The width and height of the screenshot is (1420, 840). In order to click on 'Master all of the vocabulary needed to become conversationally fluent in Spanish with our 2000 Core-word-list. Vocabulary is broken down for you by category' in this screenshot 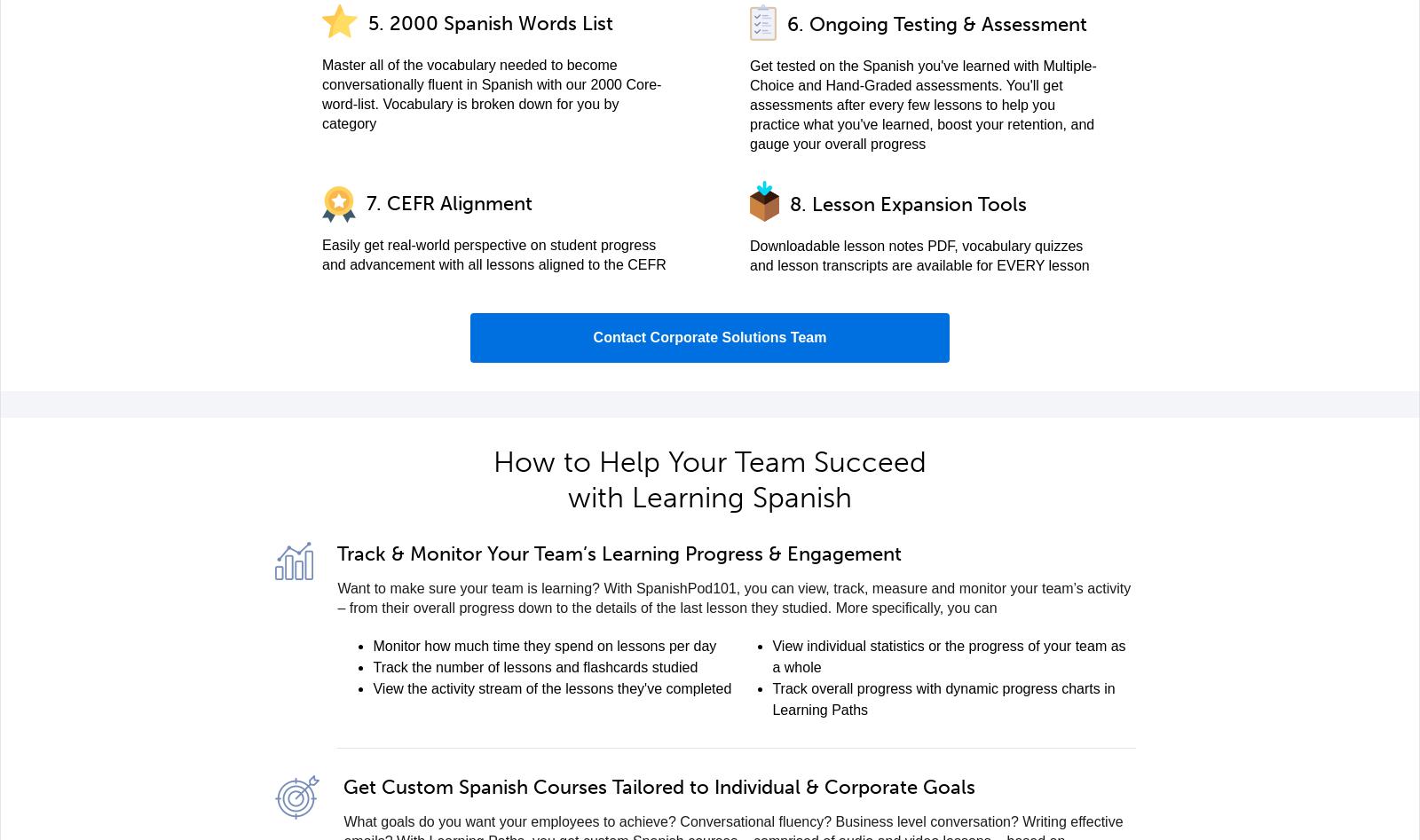, I will do `click(322, 93)`.